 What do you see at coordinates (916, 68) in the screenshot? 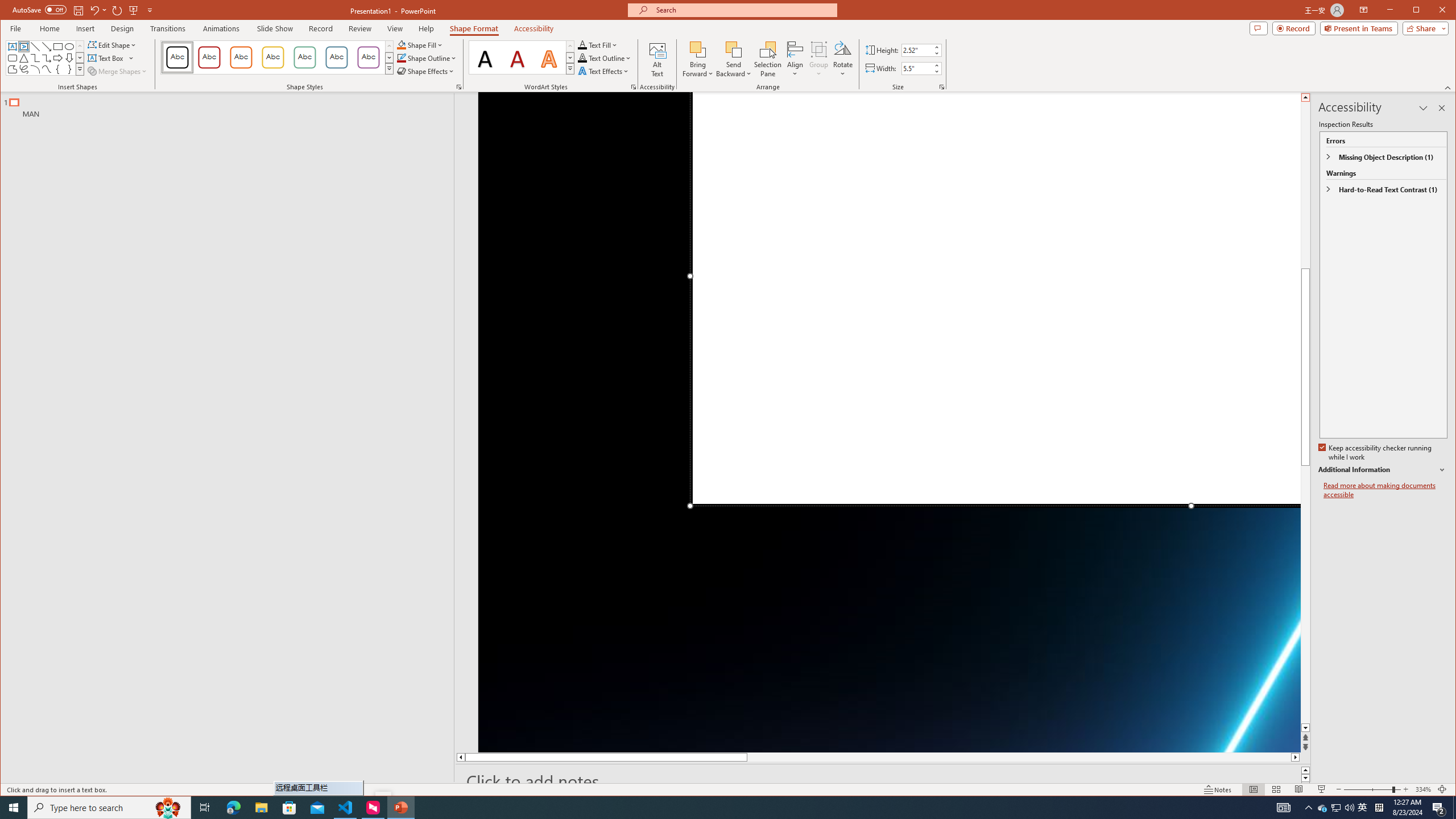
I see `'Shape Width'` at bounding box center [916, 68].